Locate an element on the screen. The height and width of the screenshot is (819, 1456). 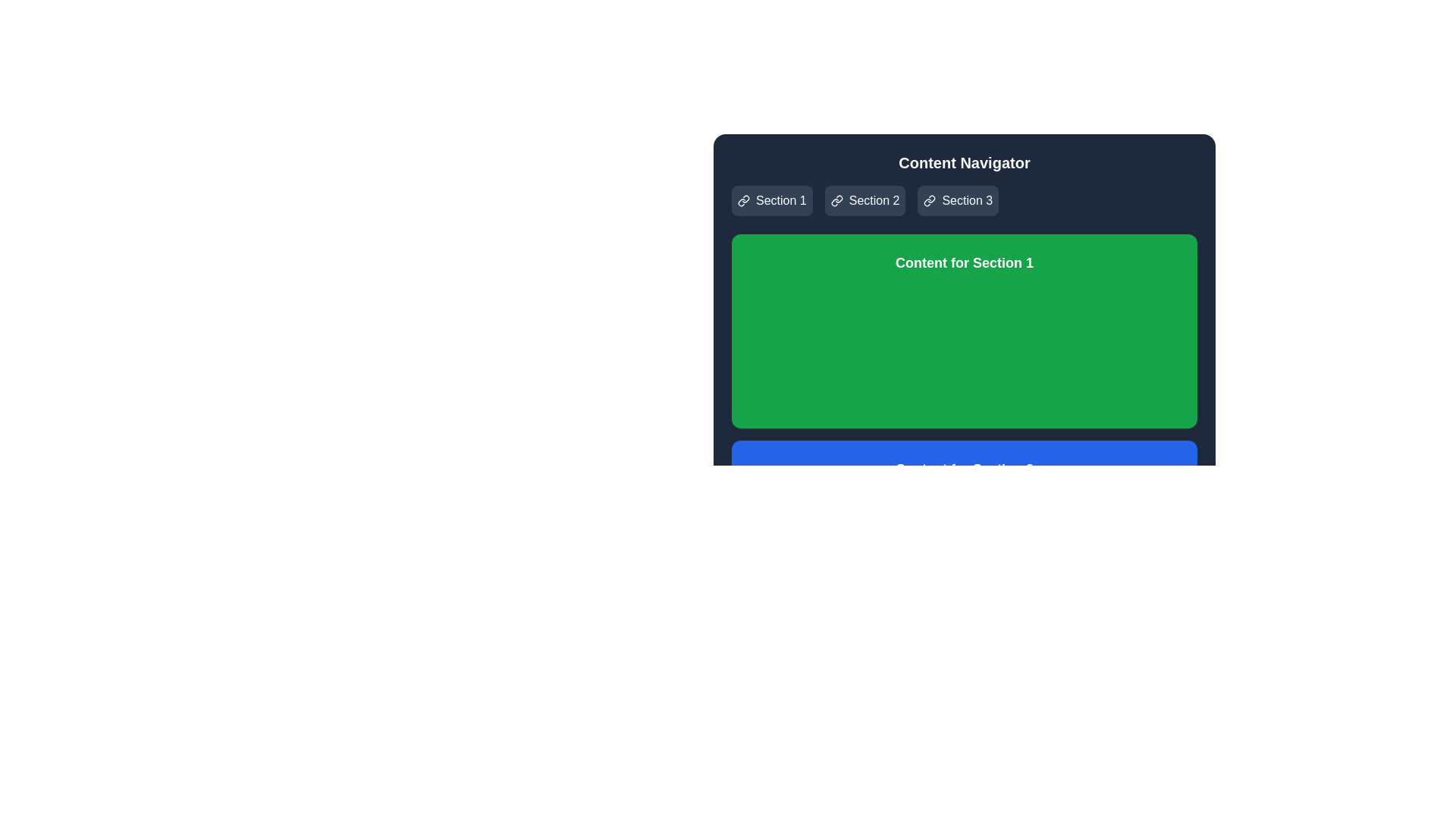
text label that serves as a descriptive title for the section located within the blue section element ('section-2'), which is centered within the section is located at coordinates (964, 468).